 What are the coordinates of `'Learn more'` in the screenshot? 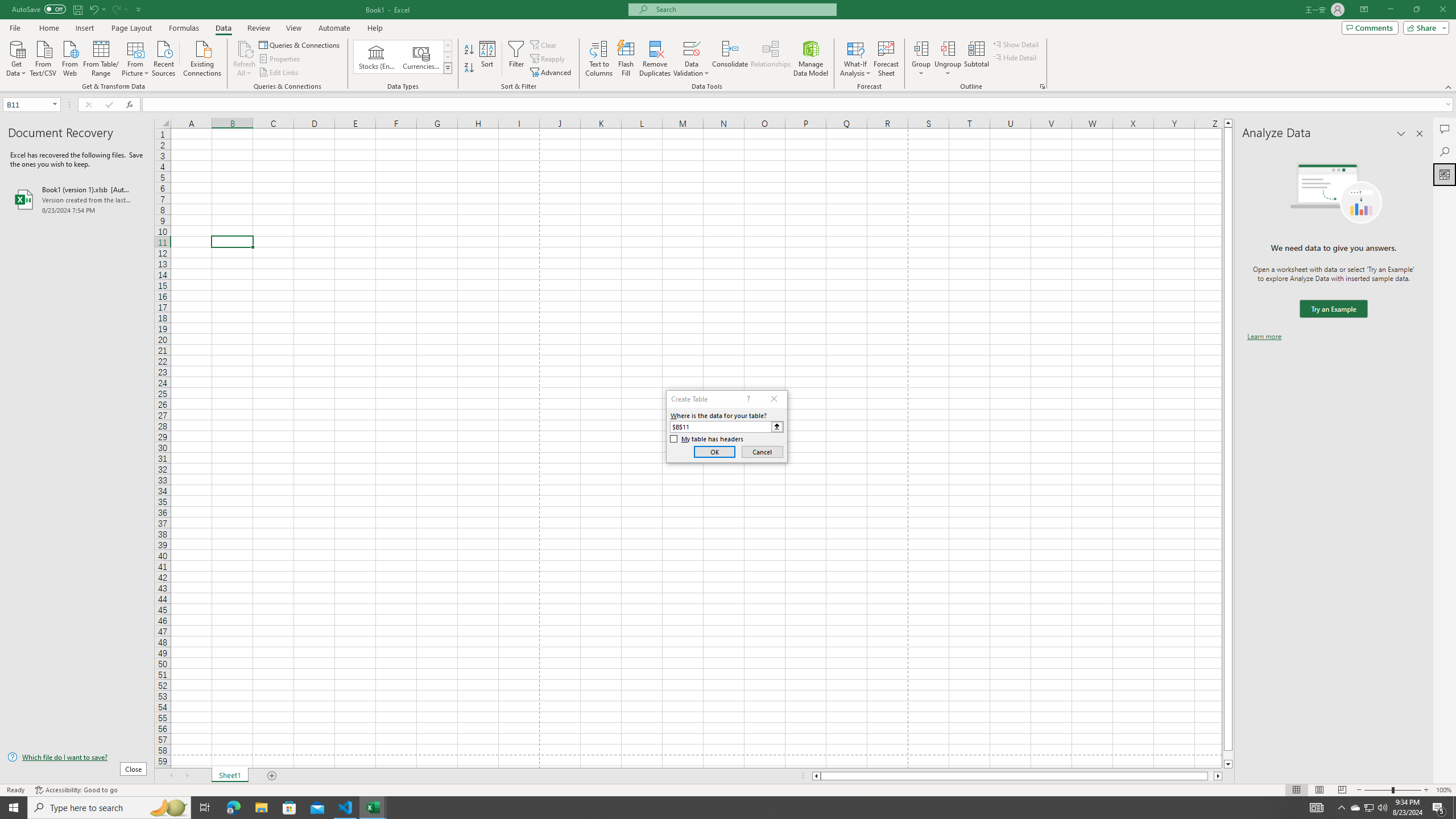 It's located at (1264, 336).